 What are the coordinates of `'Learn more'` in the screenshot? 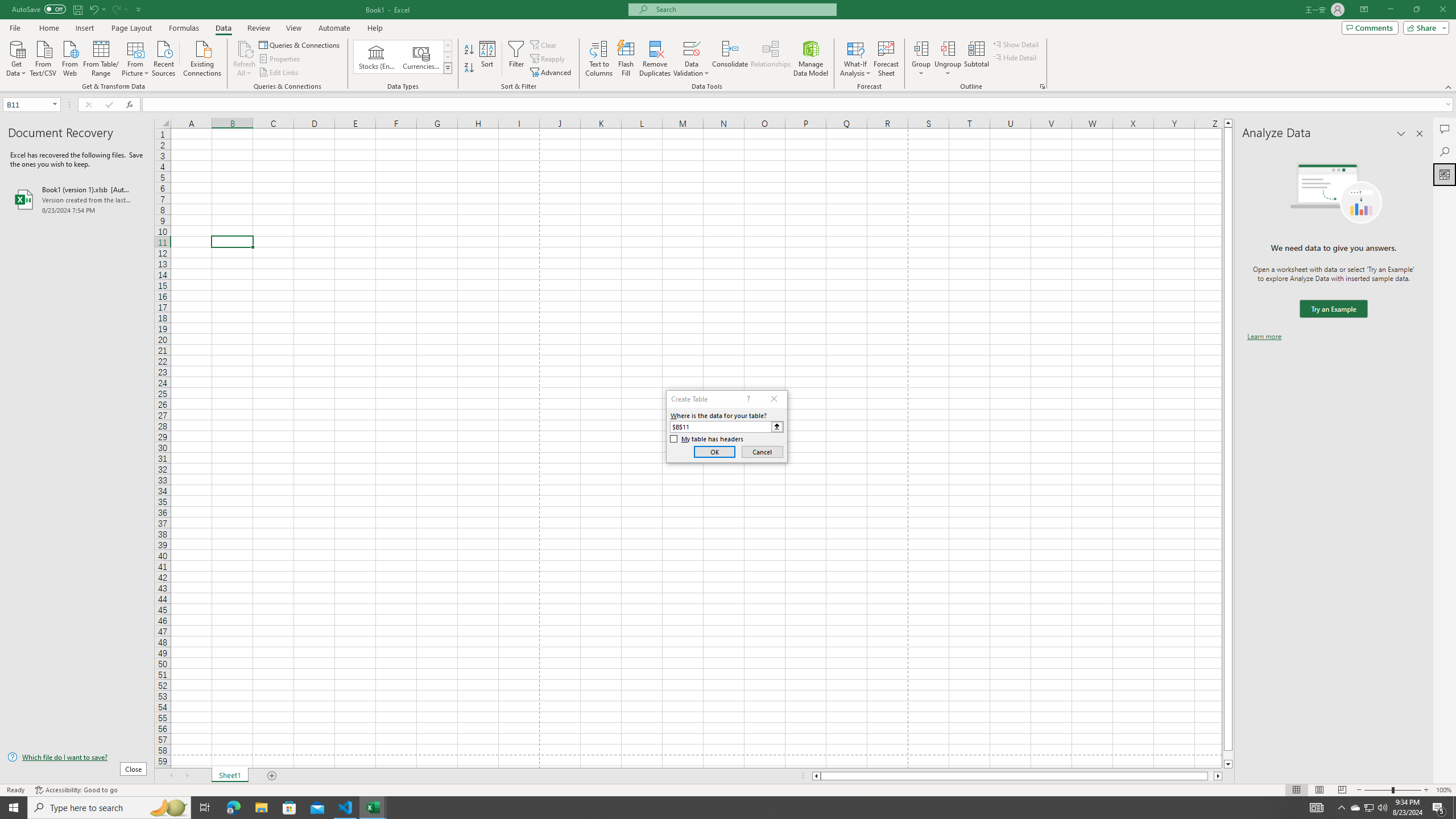 It's located at (1264, 336).